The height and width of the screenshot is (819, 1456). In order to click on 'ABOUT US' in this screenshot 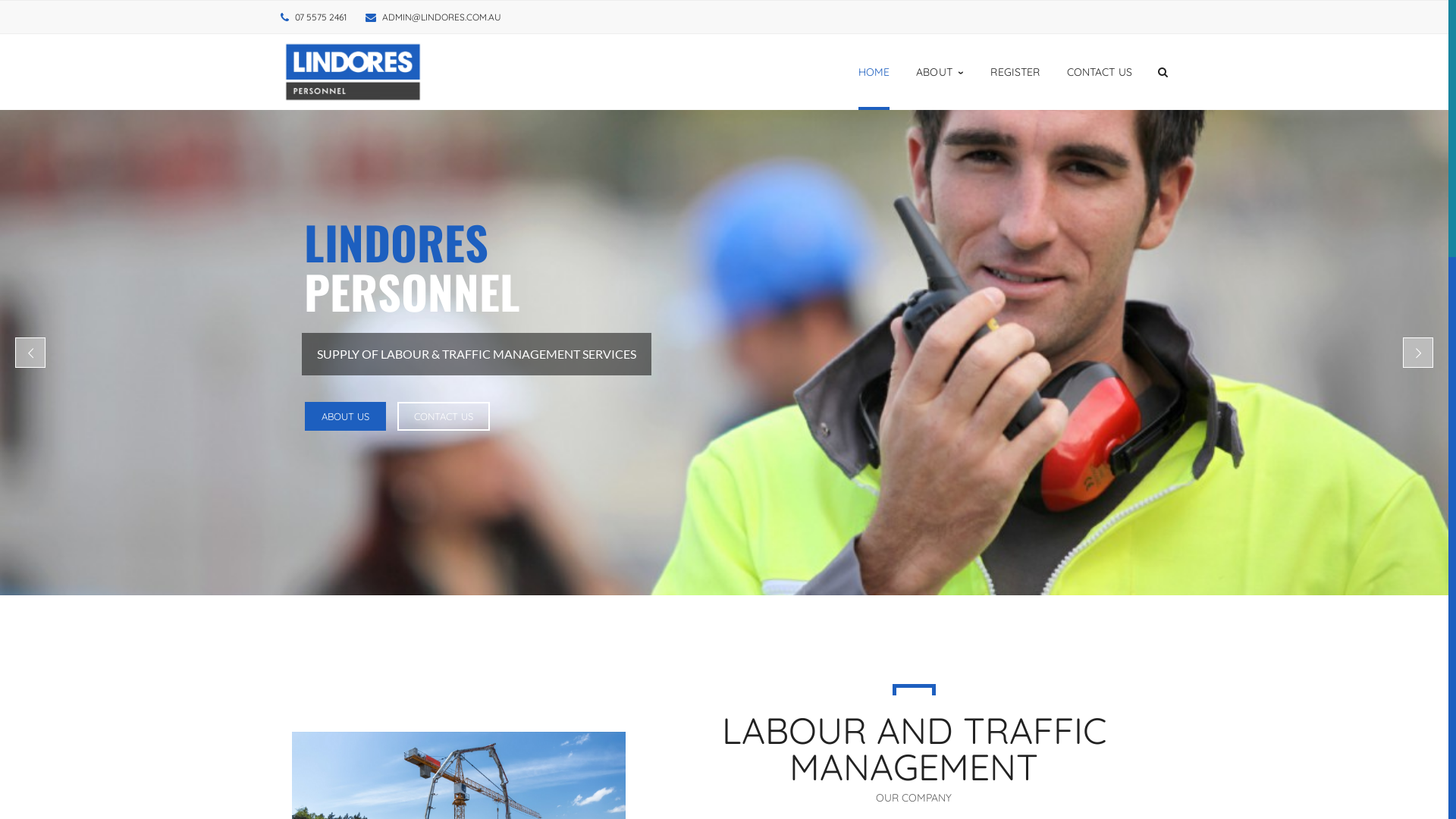, I will do `click(344, 416)`.